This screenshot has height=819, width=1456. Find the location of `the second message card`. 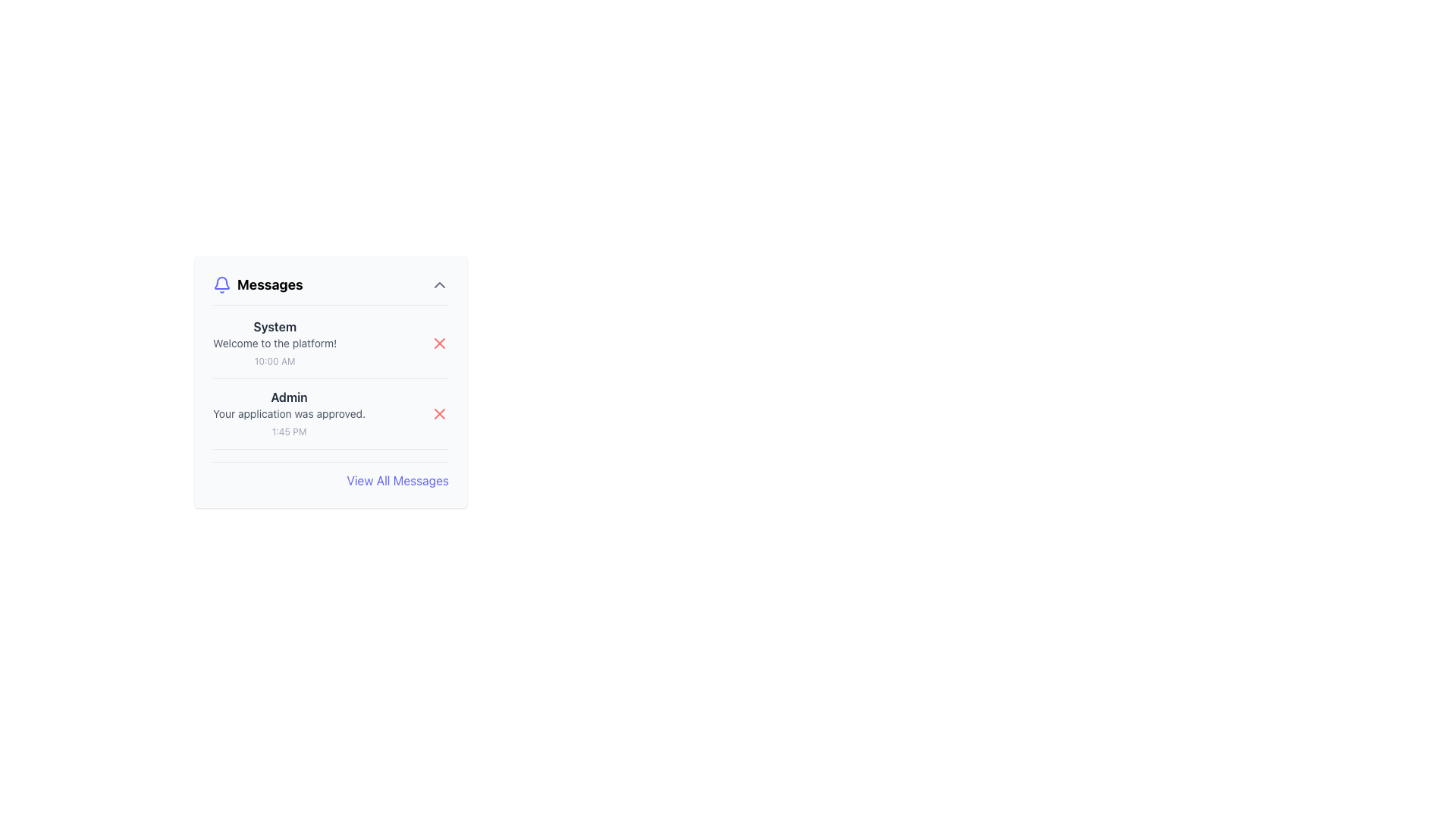

the second message card is located at coordinates (289, 414).